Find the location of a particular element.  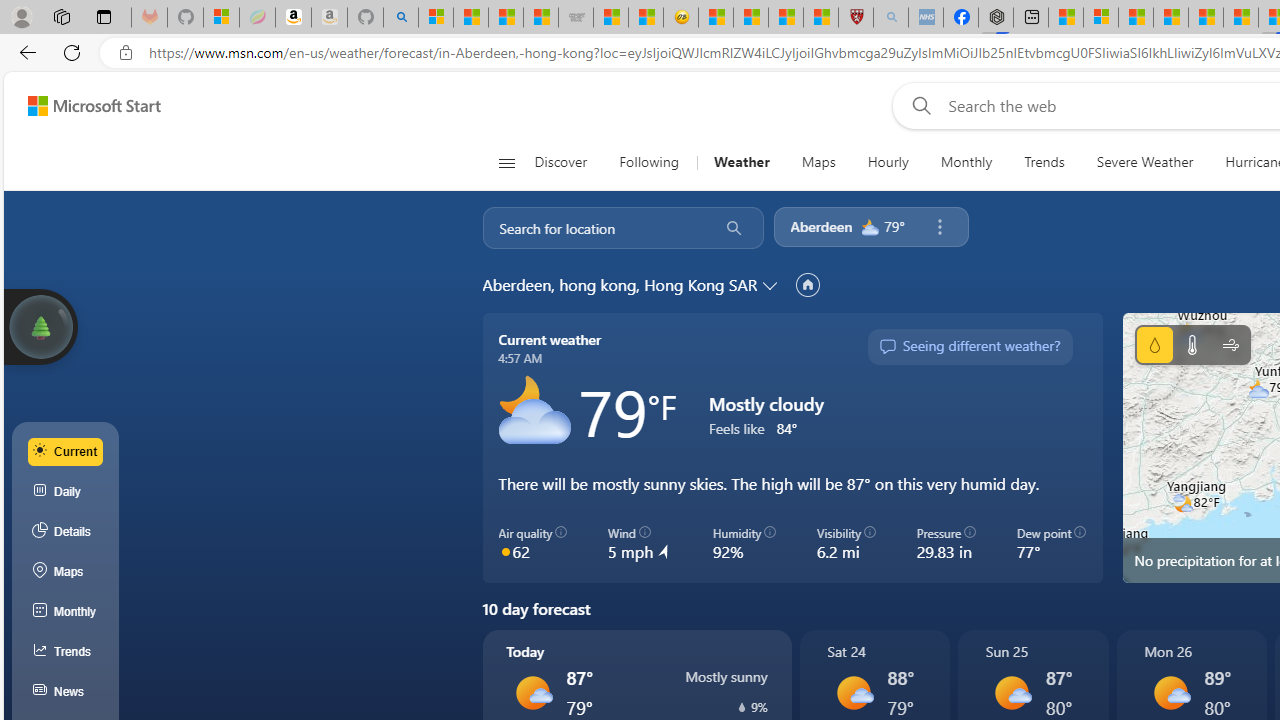

'Web search' is located at coordinates (916, 105).